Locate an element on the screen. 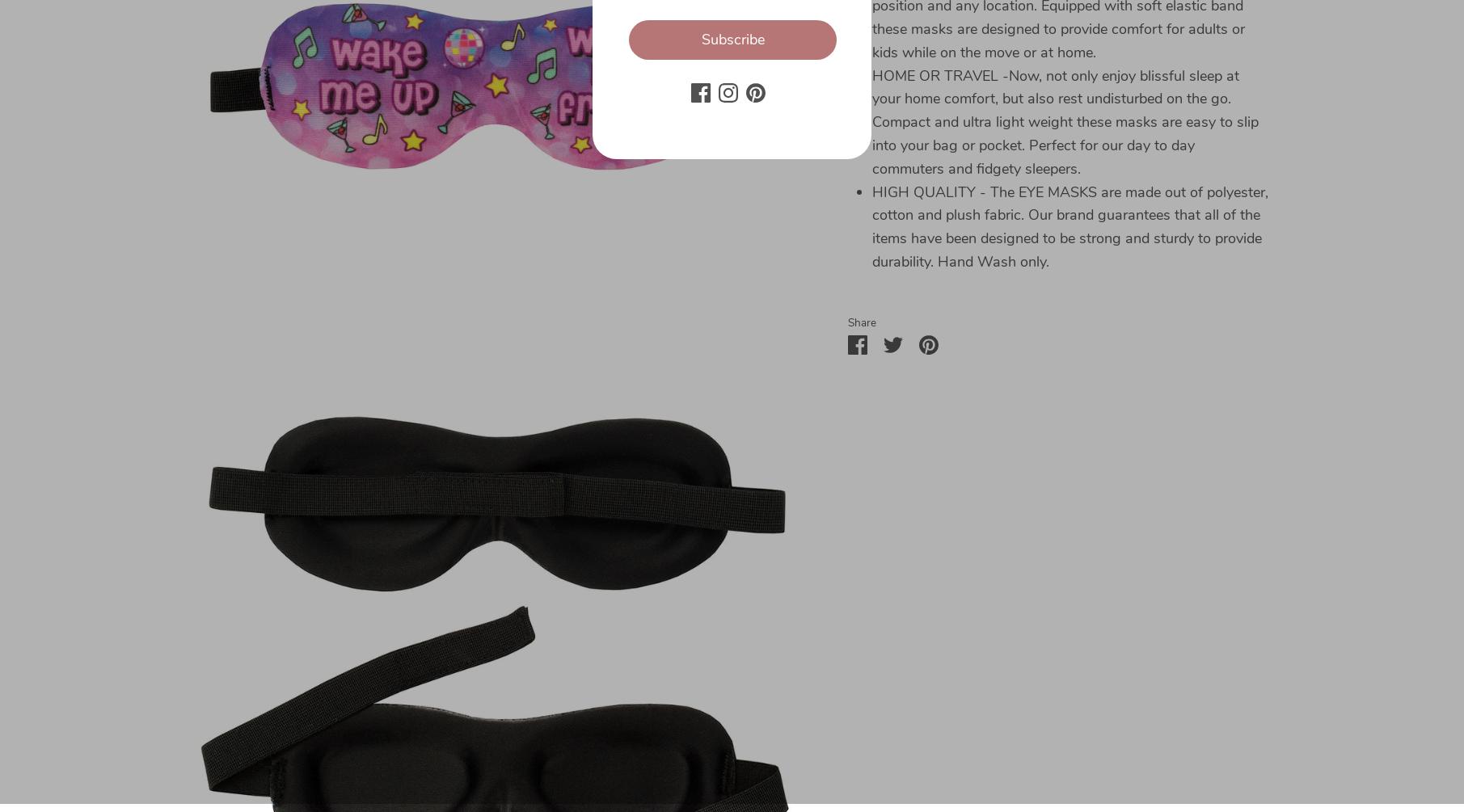  '.' is located at coordinates (220, 757).